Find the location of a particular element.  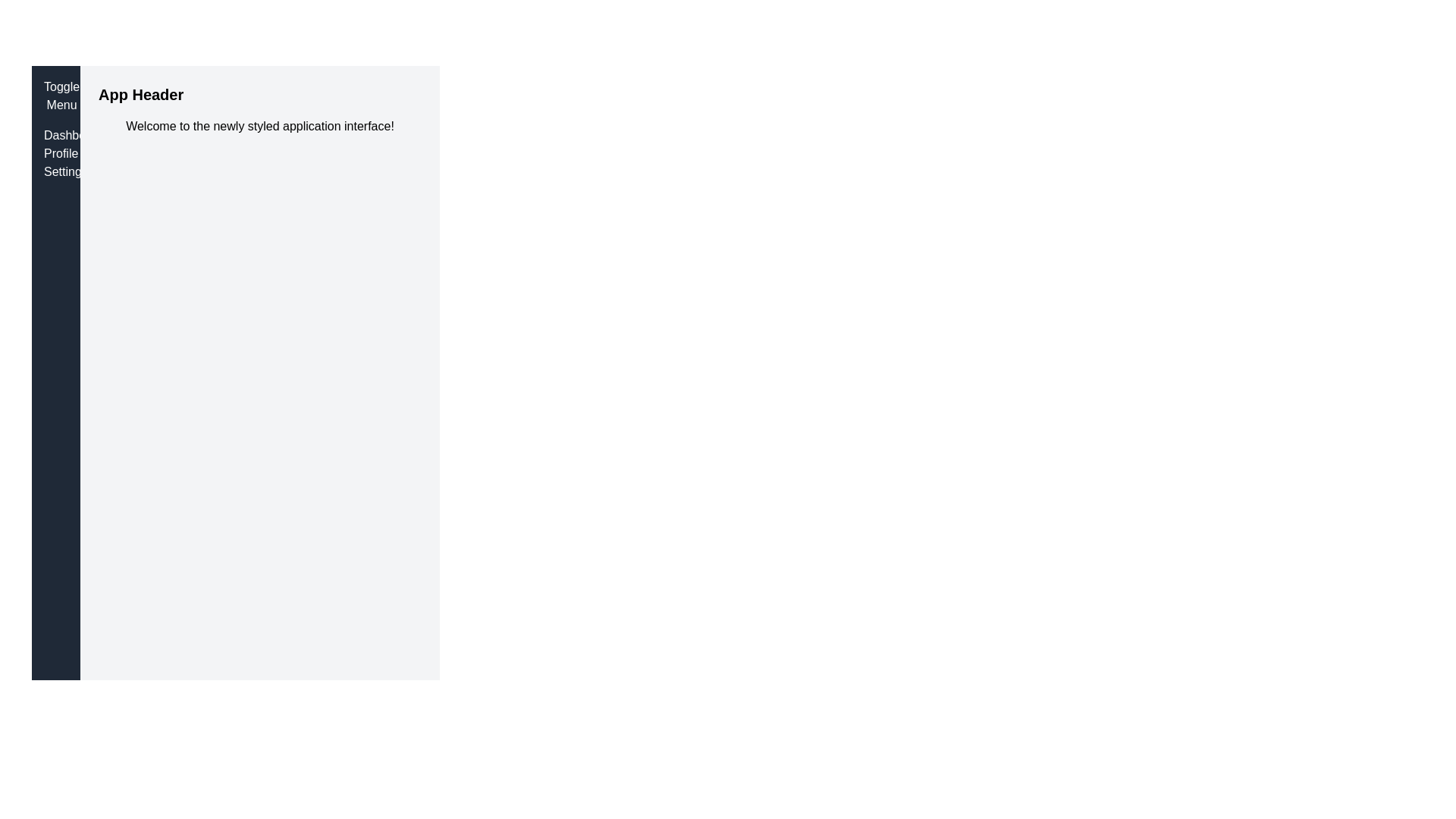

the 'Profile' text label in the sidebar, which serves as a navigation link for the Profile section is located at coordinates (55, 154).